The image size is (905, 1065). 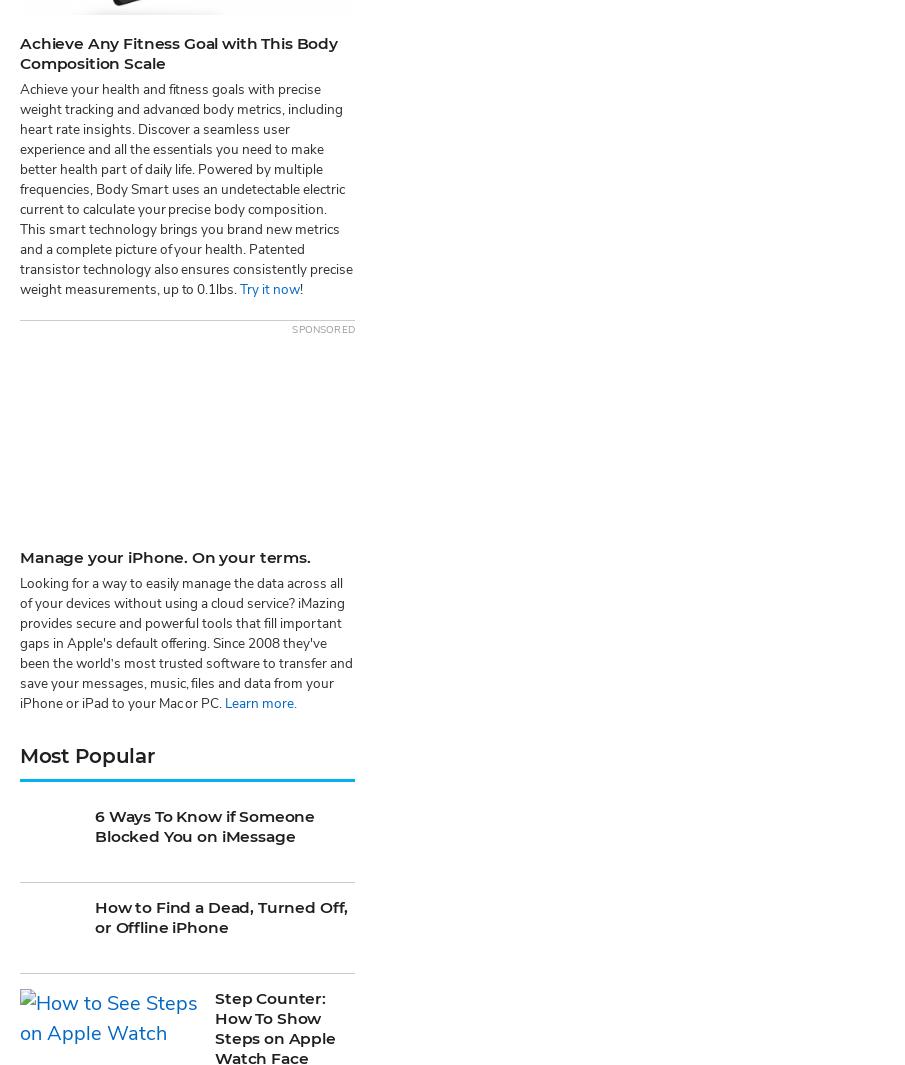 I want to click on 'How To Put Two Pictures Together on iPhone', so click(x=277, y=773).